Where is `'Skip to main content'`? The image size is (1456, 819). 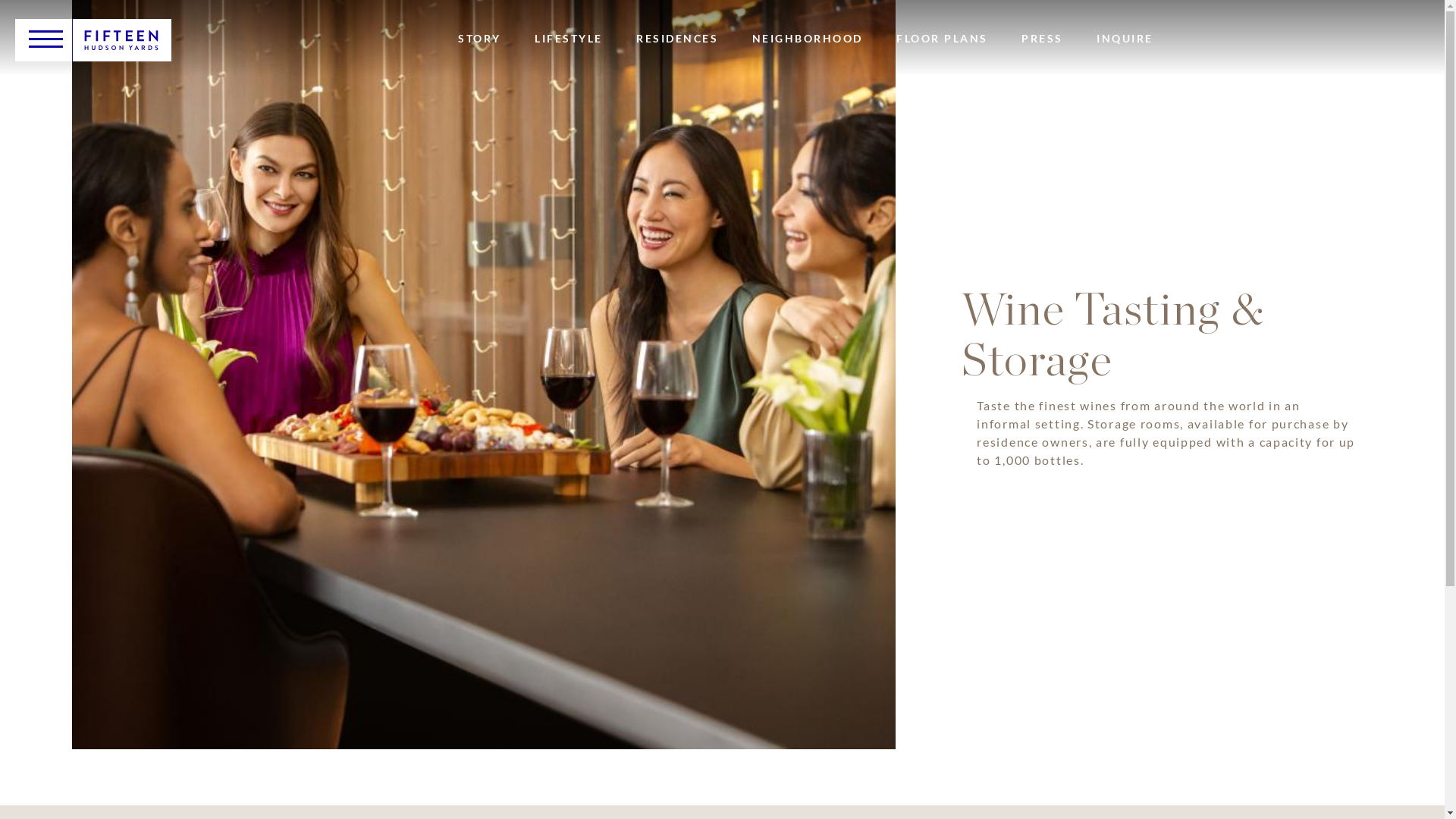
'Skip to main content' is located at coordinates (0, 0).